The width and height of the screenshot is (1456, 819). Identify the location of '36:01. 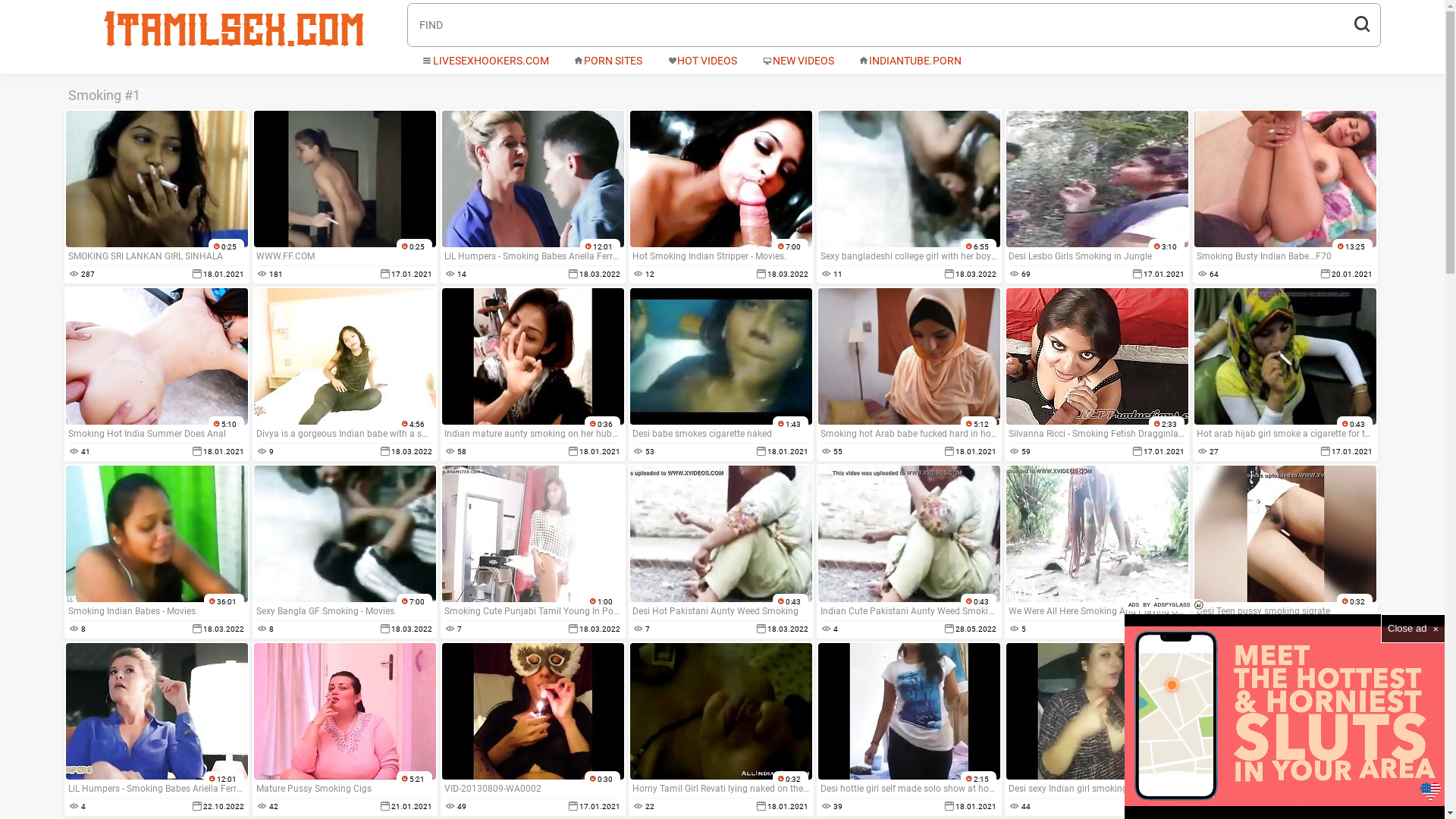
(156, 551).